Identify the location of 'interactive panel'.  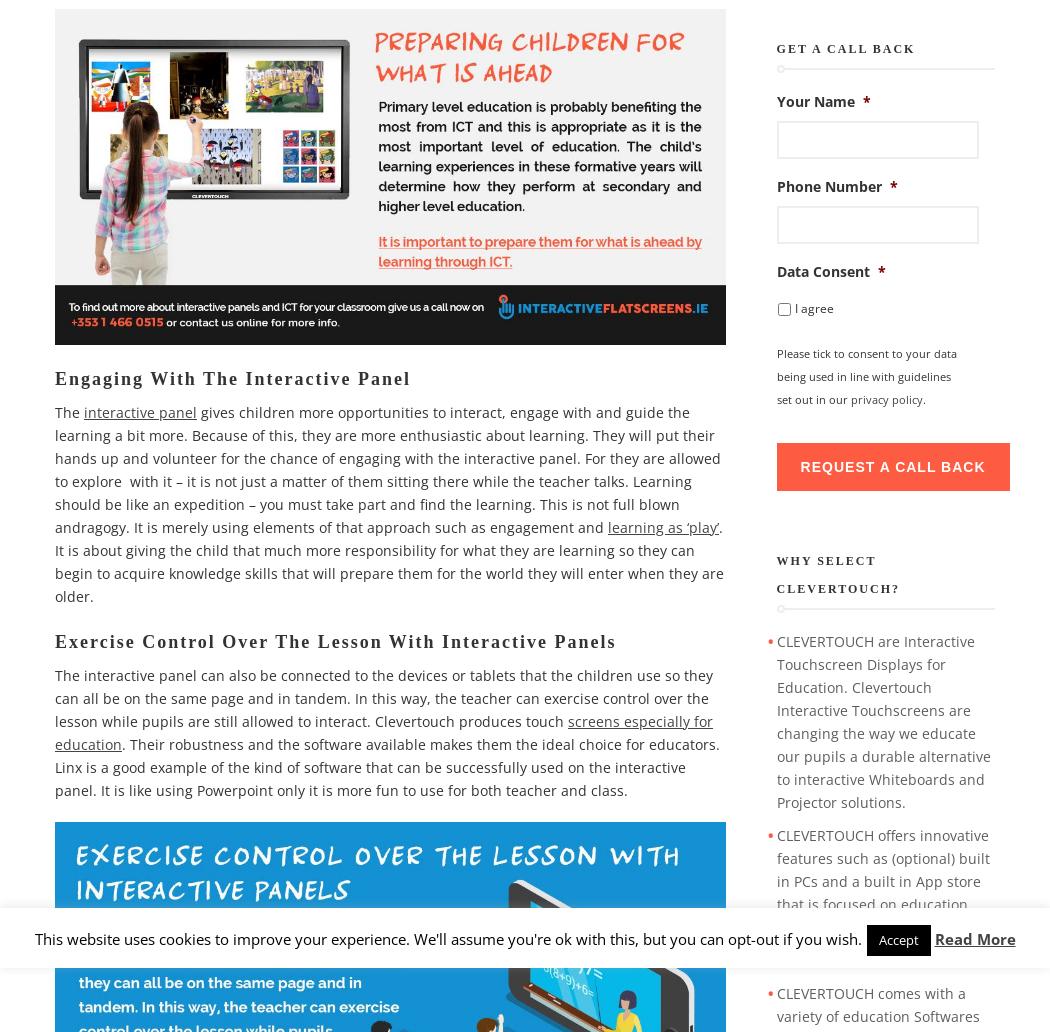
(139, 410).